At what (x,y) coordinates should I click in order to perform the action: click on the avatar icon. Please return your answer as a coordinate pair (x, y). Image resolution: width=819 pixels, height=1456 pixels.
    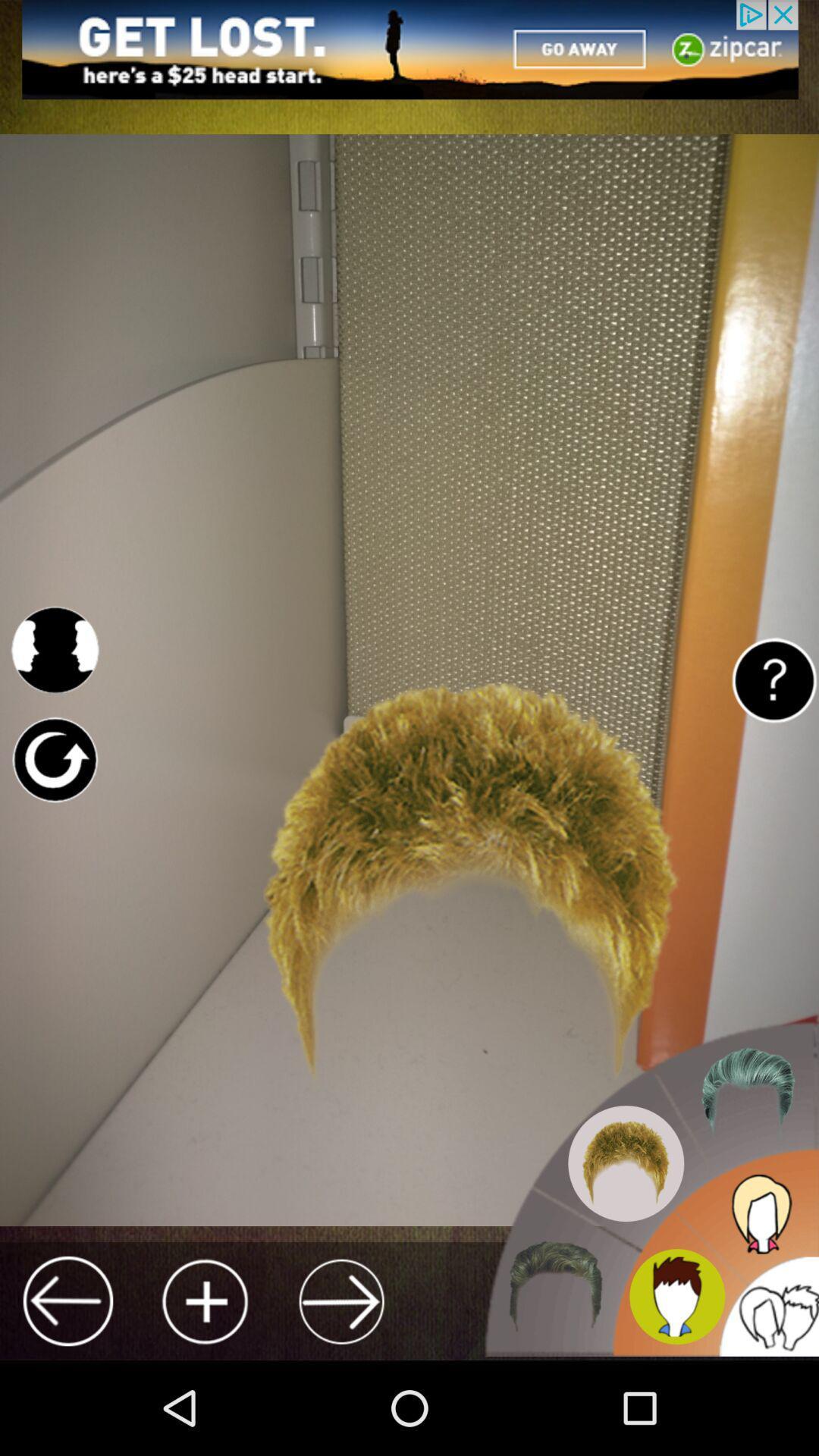
    Looking at the image, I should click on (54, 695).